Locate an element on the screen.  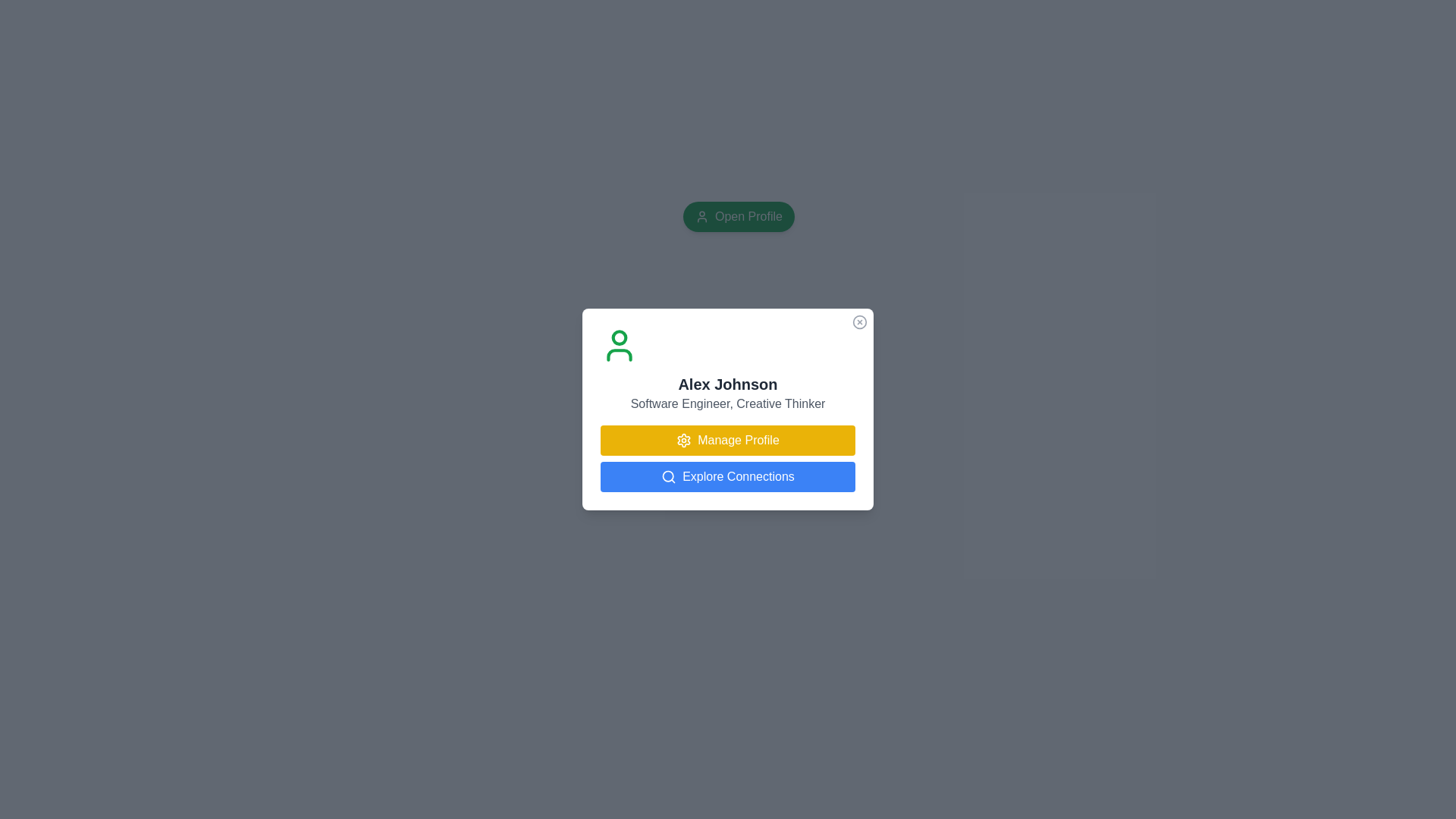
the profile icon located in the top-left corner of the profile card, which represents the user and is directly above the name 'Alex Johnson' is located at coordinates (619, 345).